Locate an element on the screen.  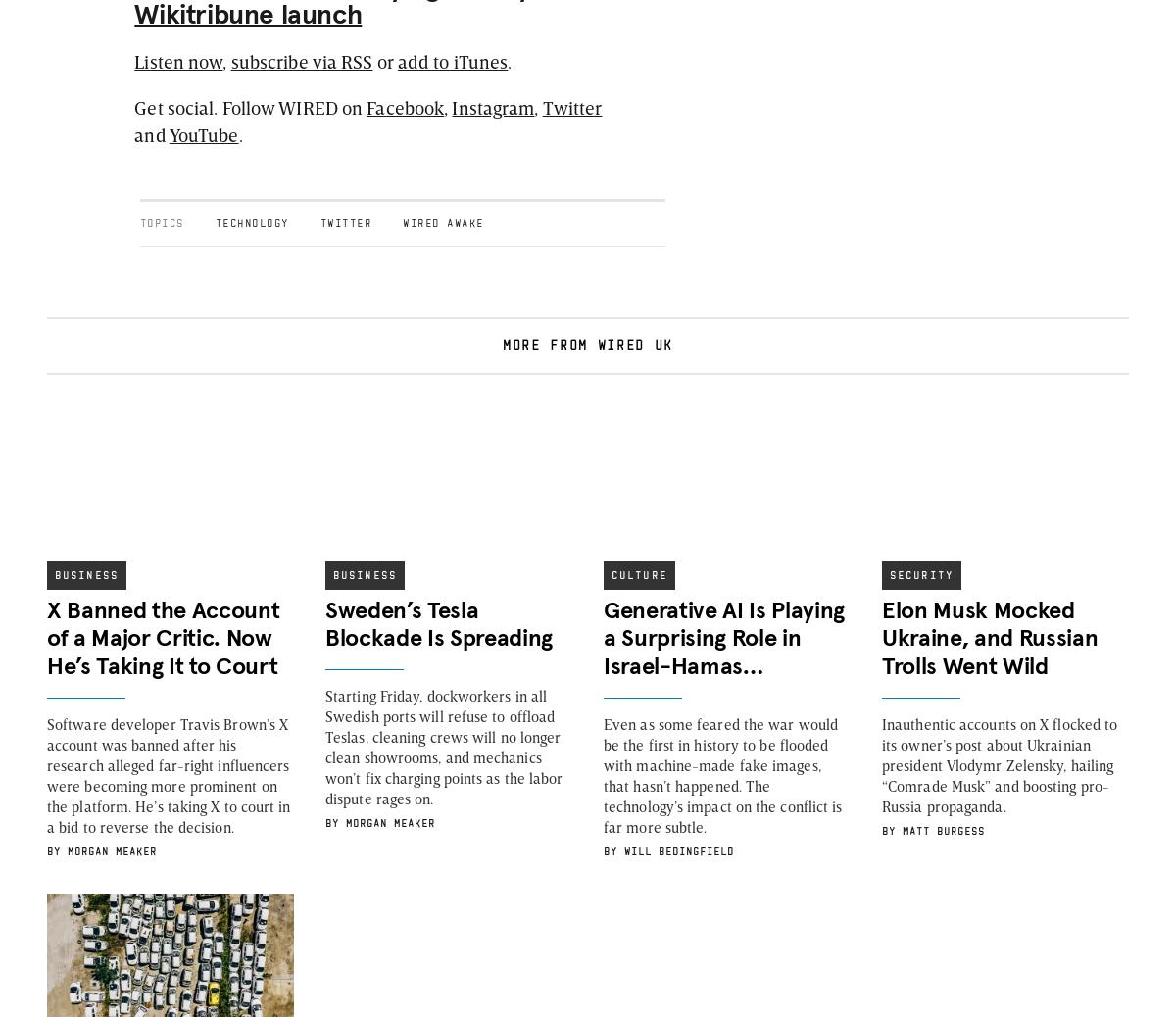
'Starting Friday, dockworkers in all Swedish ports will refuse to offload Teslas, cleaning crews will no longer clean showrooms, and mechanics won’t fix charging points as the labor dispute rages on.' is located at coordinates (443, 746).